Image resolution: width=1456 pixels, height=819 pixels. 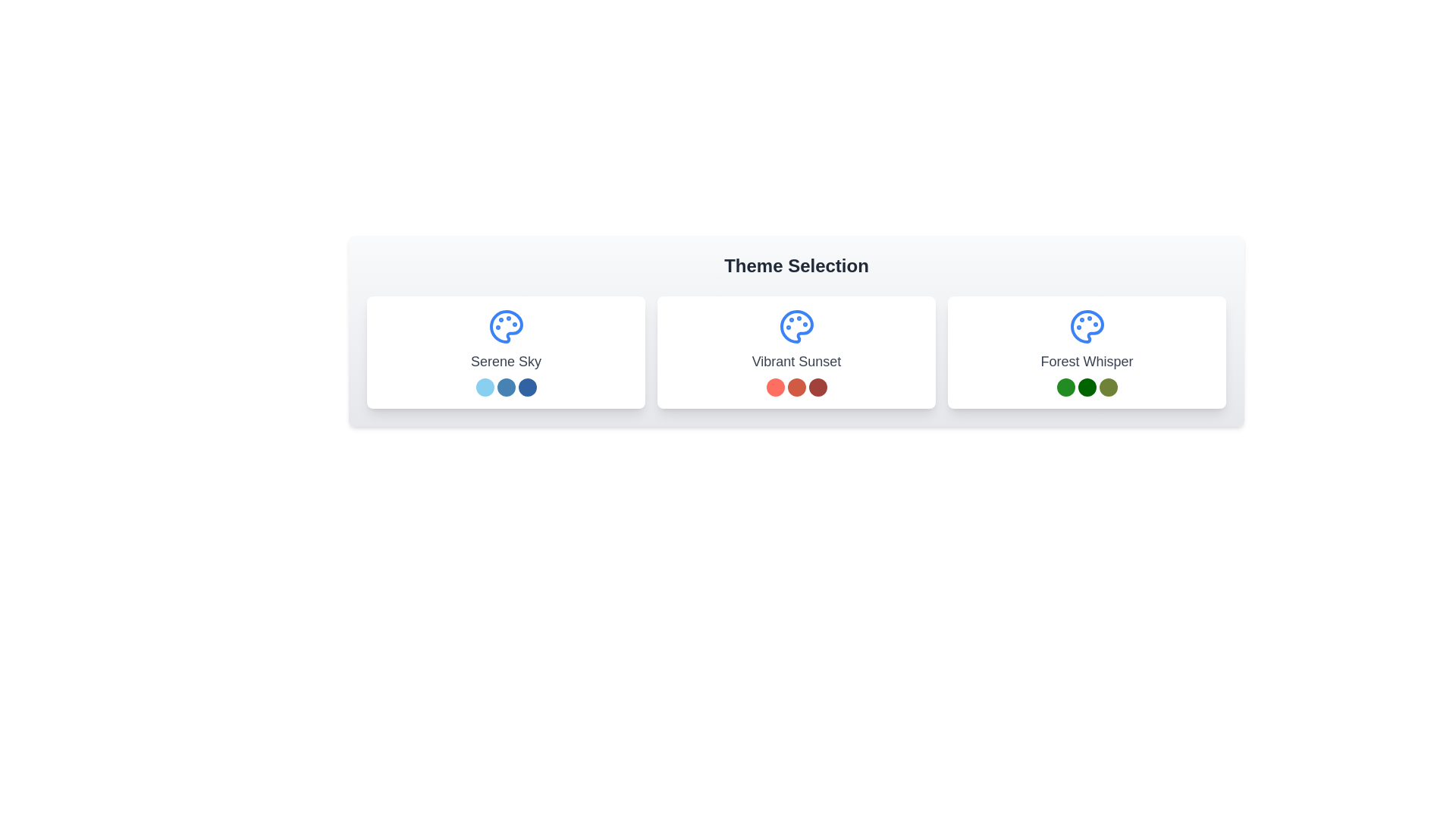 I want to click on the text label element that reads 'Forest Whisper', which is located in the bottom section of the rightmost rectangular card under the 'Theme Selection' heading, so click(x=1086, y=362).